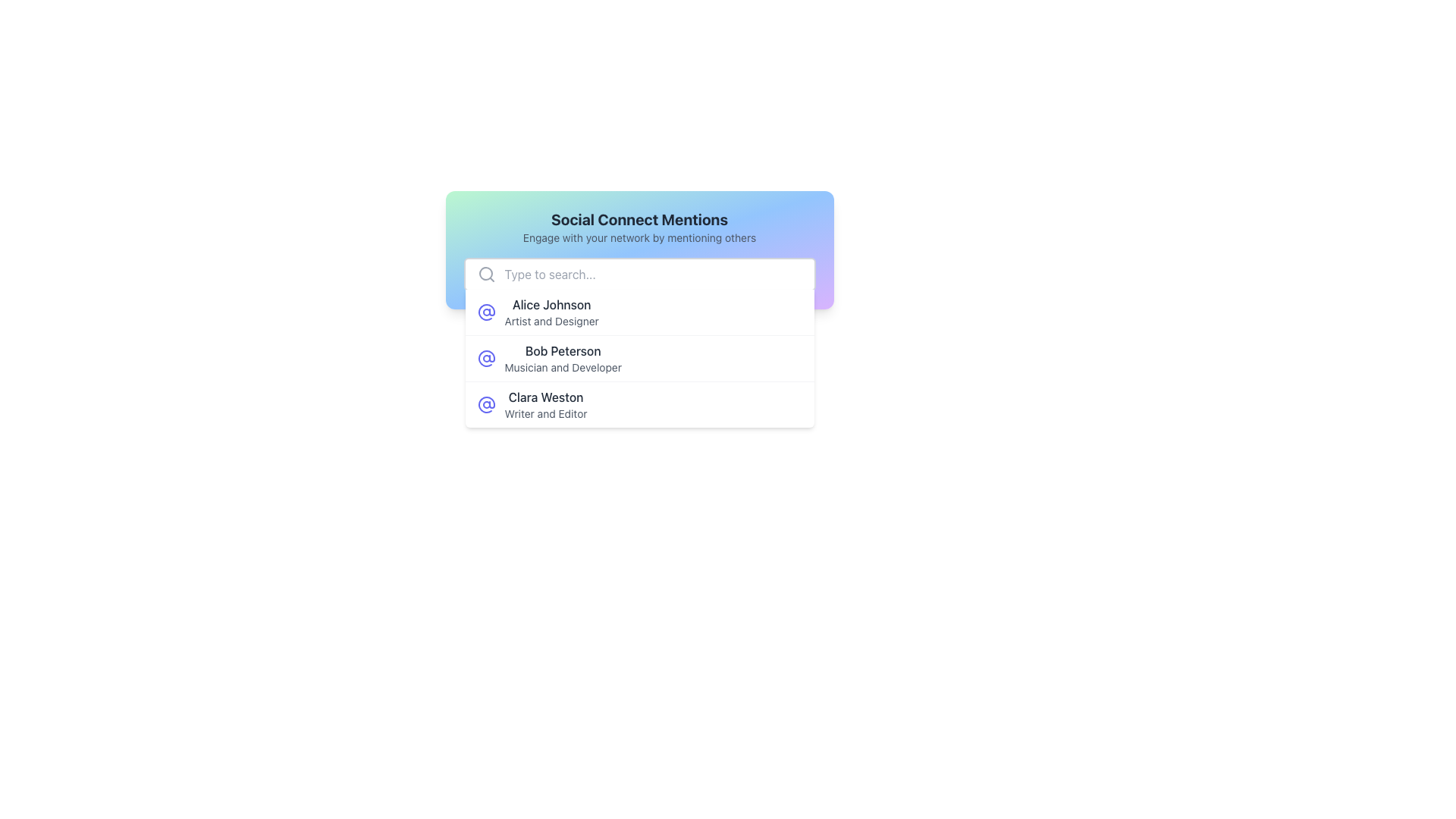 This screenshot has height=819, width=1456. What do you see at coordinates (486, 403) in the screenshot?
I see `the indigo '@' icon positioned before the text 'Clara Weston Writer and Editor' in the third list item of the dropdown menu` at bounding box center [486, 403].